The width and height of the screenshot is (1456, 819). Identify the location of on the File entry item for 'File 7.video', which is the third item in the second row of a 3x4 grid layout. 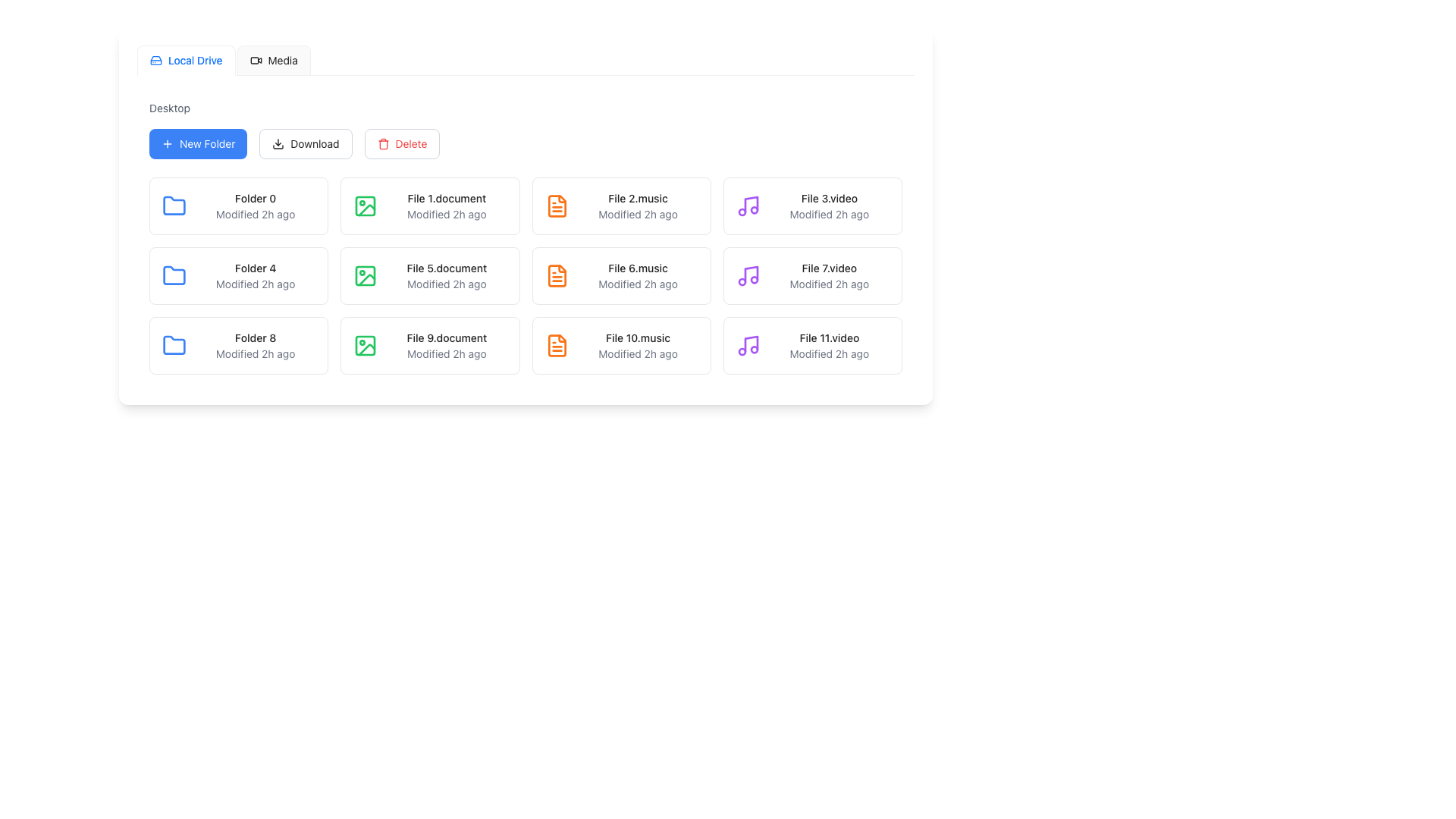
(811, 275).